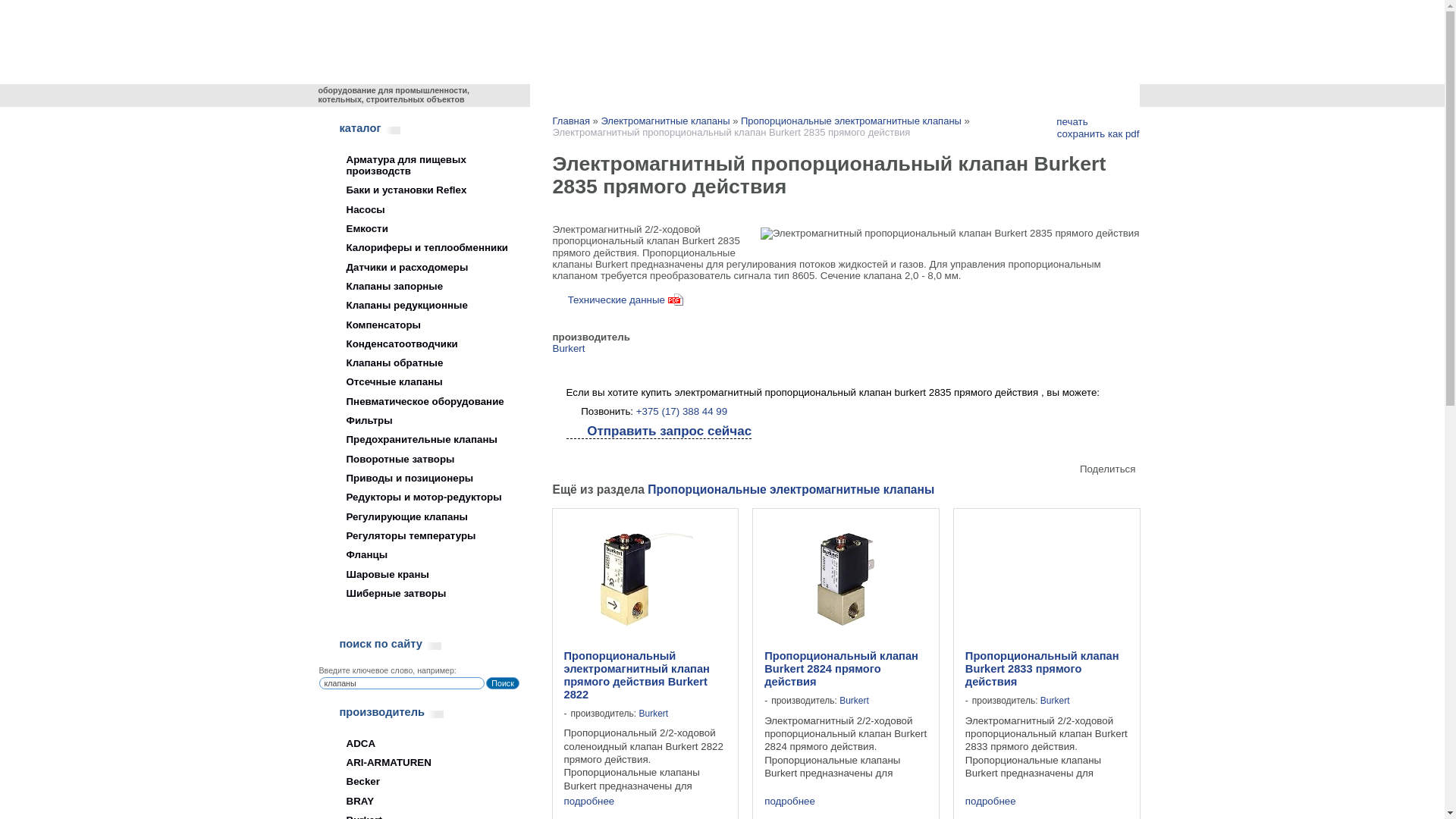 The image size is (1456, 819). Describe the element at coordinates (417, 800) in the screenshot. I see `'BRAY'` at that location.